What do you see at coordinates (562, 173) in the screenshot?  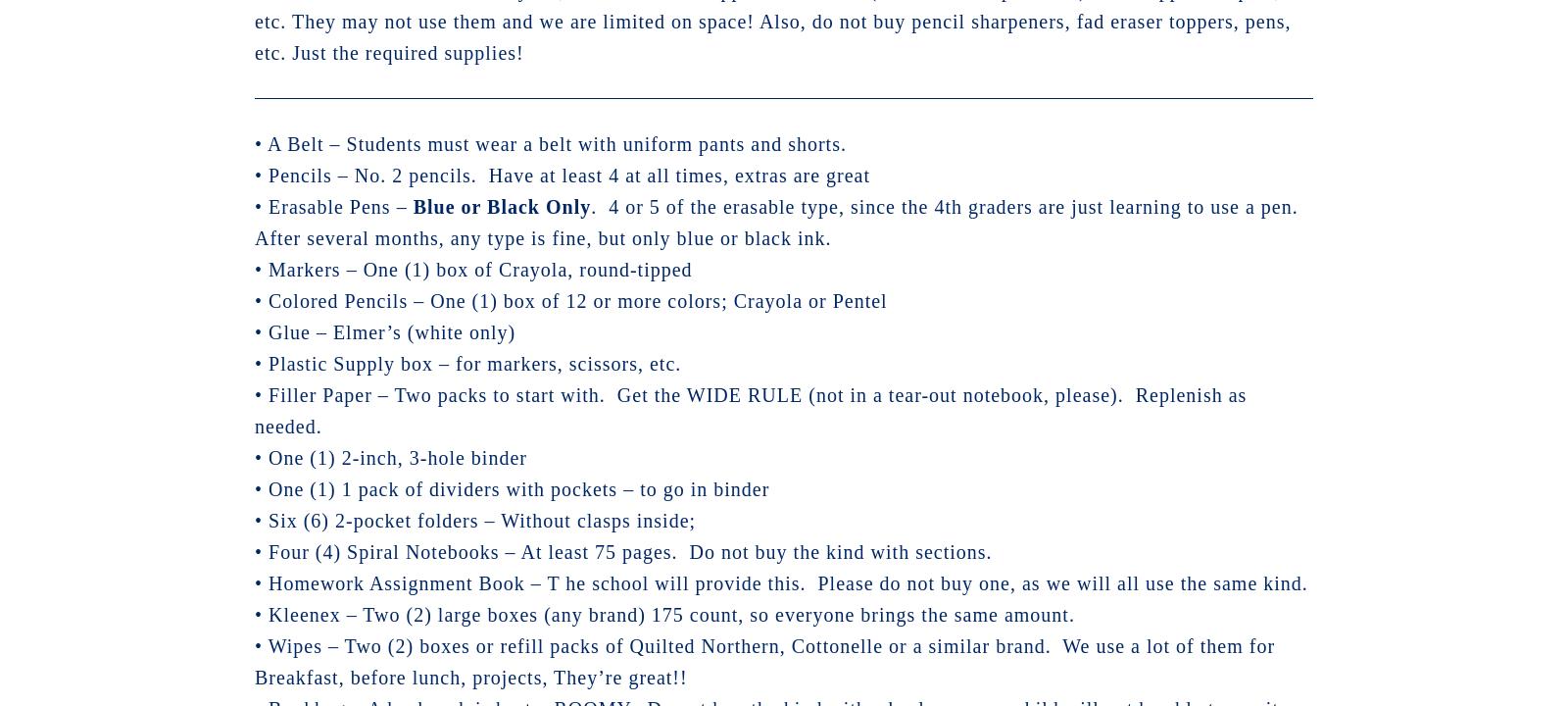 I see `'• Pencils – No. 2 pencils.  Have at least 4 at all times, extras are great'` at bounding box center [562, 173].